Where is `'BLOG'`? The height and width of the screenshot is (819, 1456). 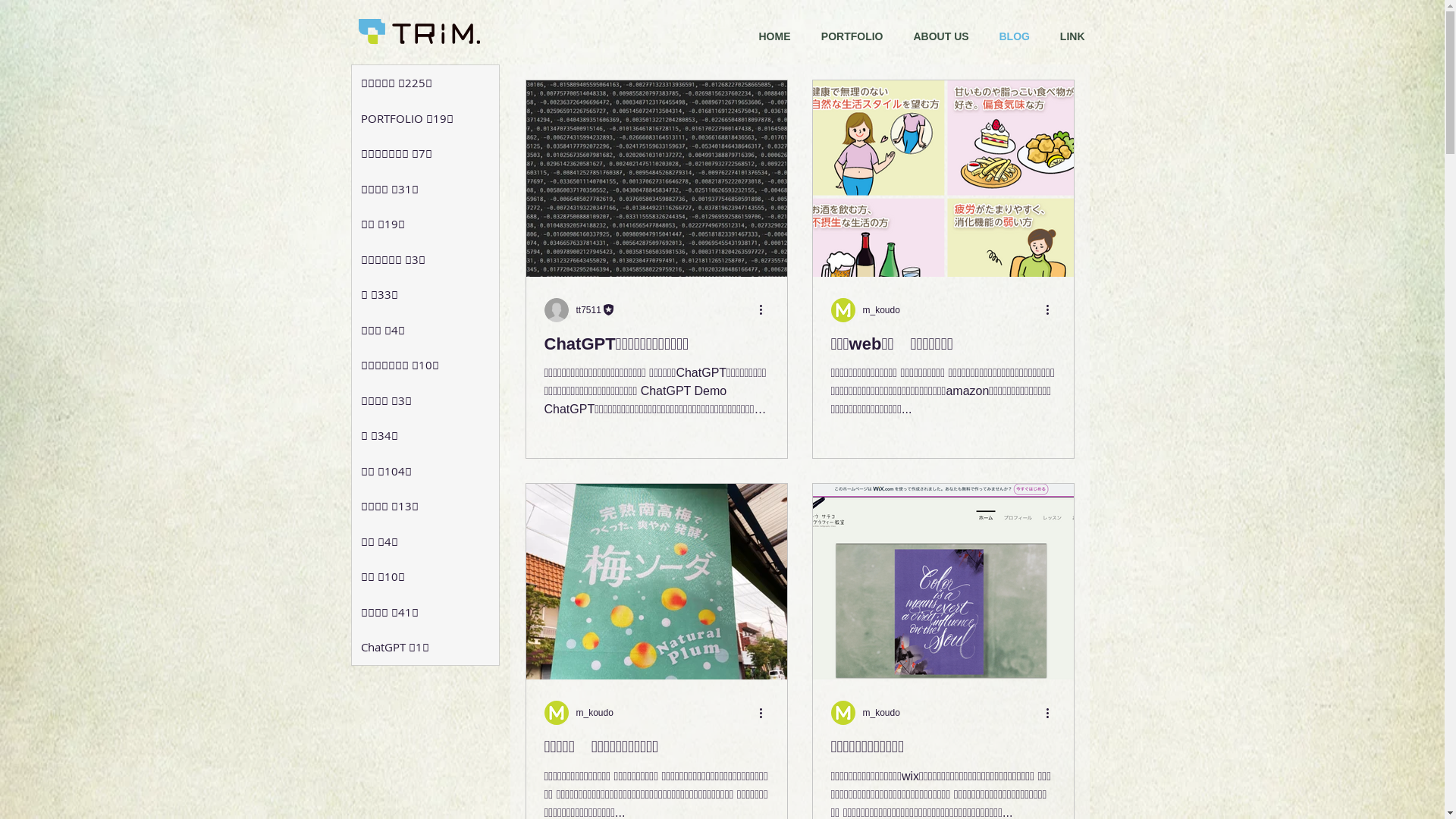 'BLOG' is located at coordinates (1015, 35).